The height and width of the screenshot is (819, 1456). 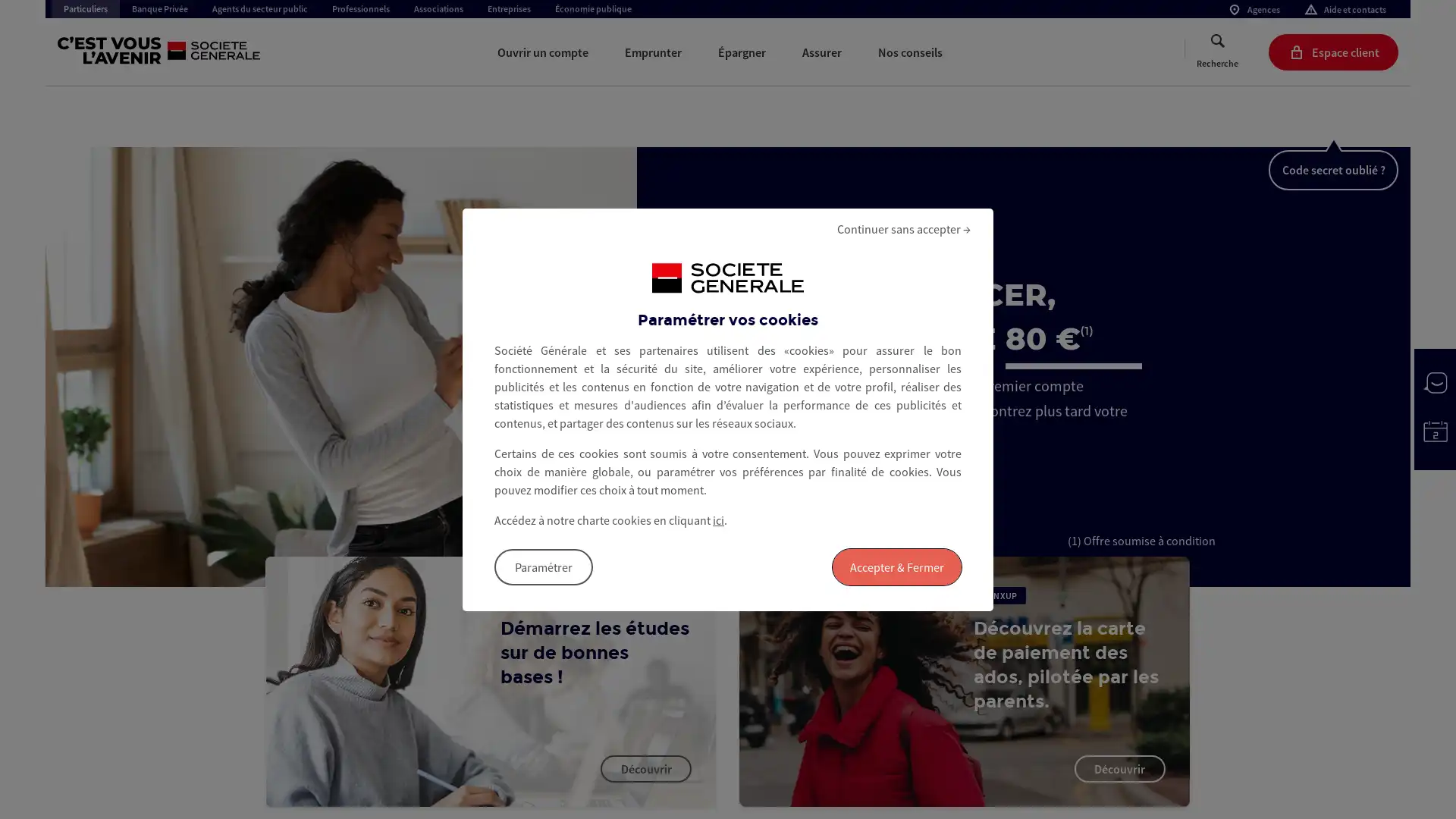 I want to click on Recherche, so click(x=1217, y=51).